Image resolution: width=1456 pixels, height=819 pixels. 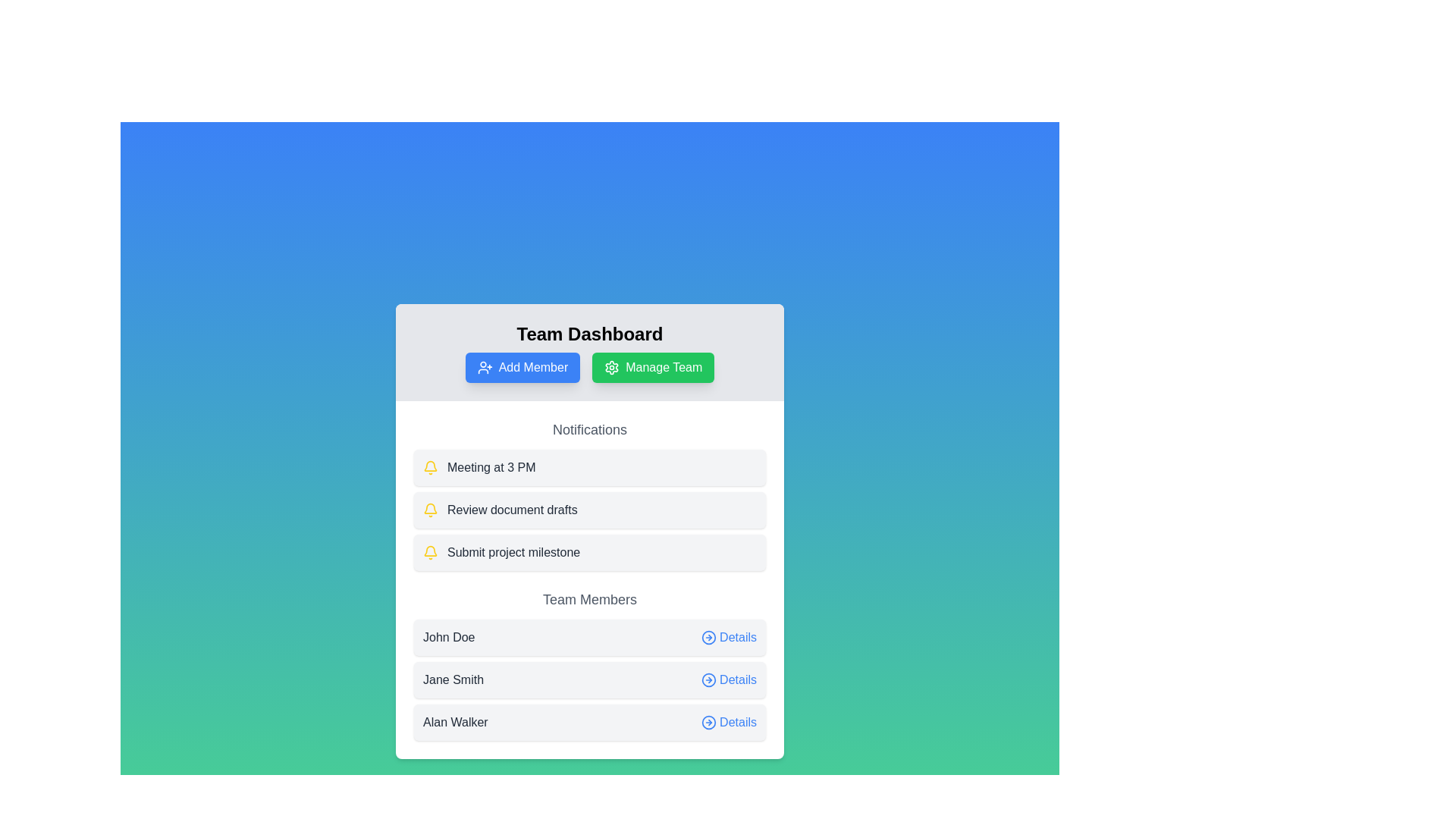 What do you see at coordinates (513, 553) in the screenshot?
I see `the third notification item in the 'Notifications' section, which indicates a specific notification about a project milestone submission, located between 'Review document drafts' and 'Team Members'` at bounding box center [513, 553].